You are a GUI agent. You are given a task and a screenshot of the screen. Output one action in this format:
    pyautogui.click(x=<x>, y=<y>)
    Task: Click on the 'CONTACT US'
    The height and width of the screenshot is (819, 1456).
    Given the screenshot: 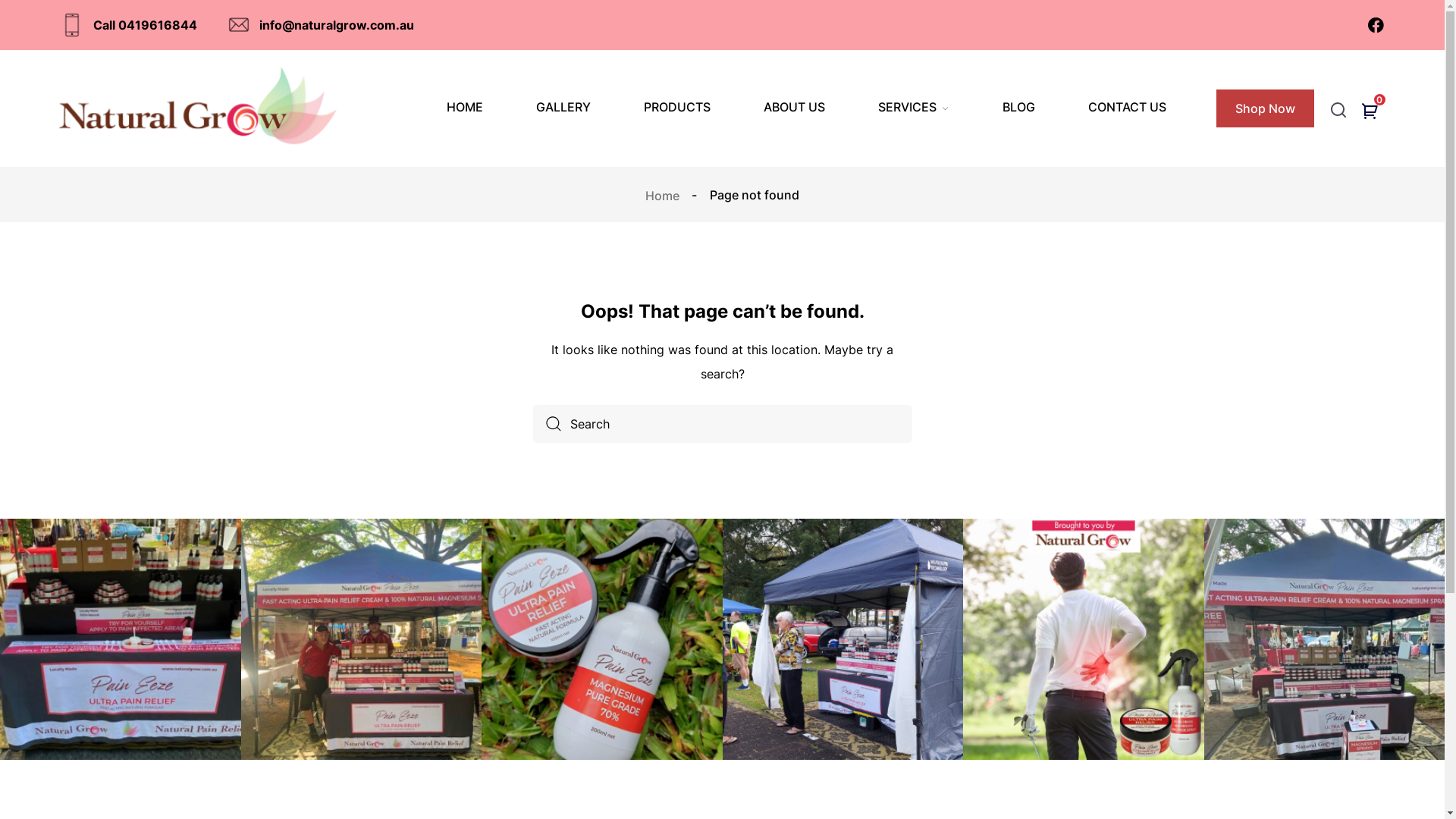 What is the action you would take?
    pyautogui.click(x=1127, y=106)
    